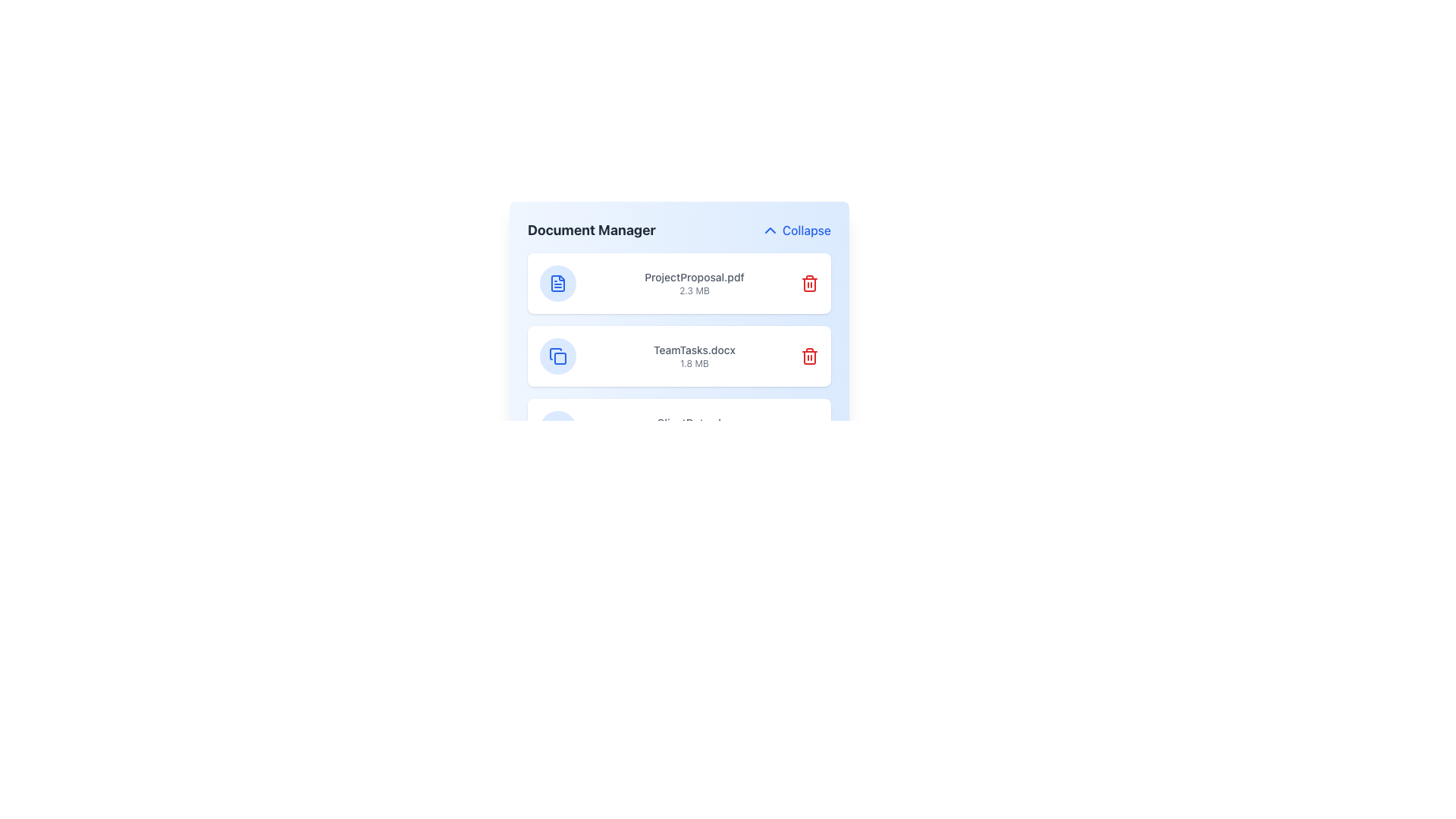  What do you see at coordinates (770, 231) in the screenshot?
I see `the upward-pointing blue chevron icon representing the collapse function in the header area of the 'Document Manager'` at bounding box center [770, 231].